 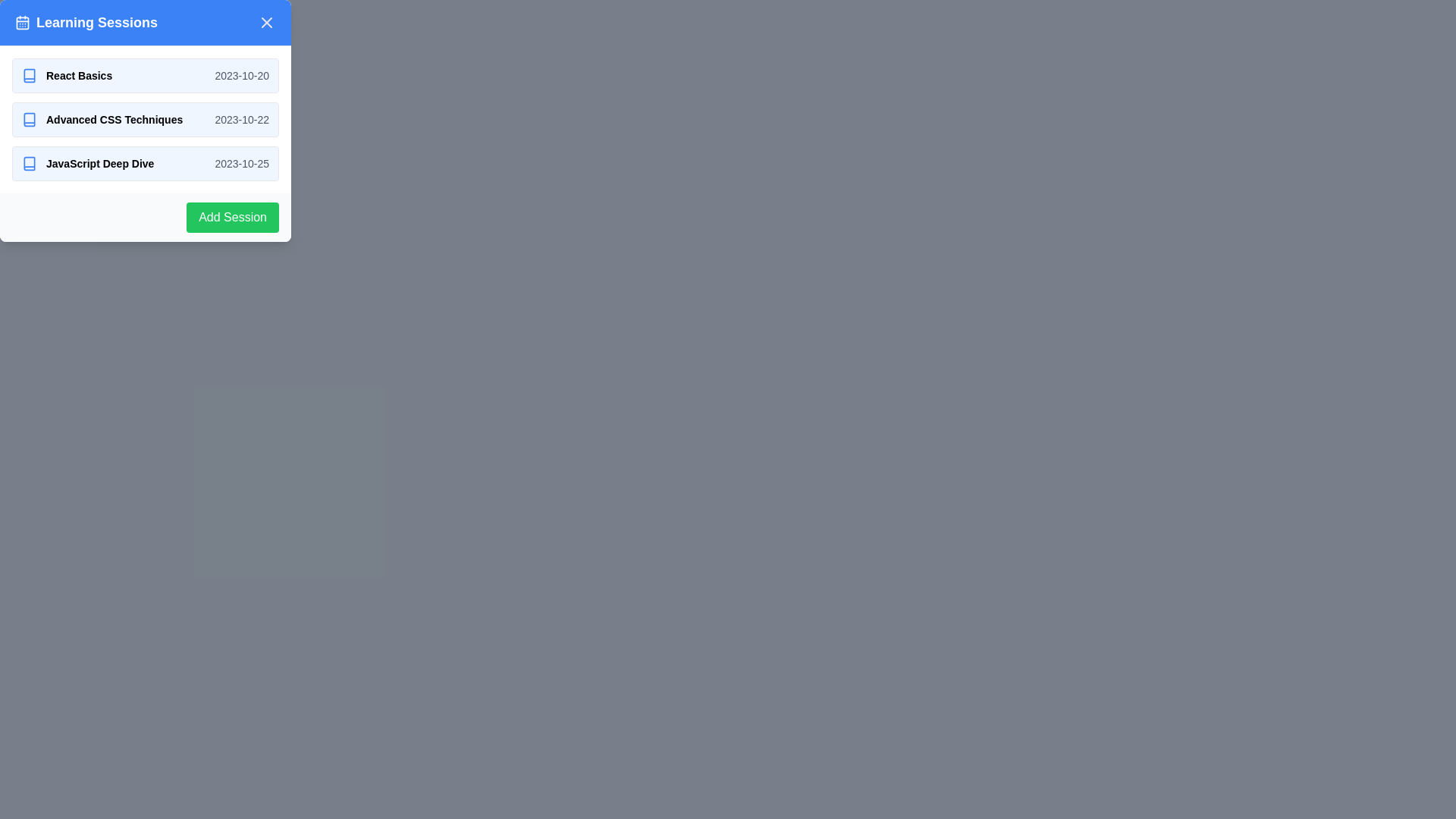 What do you see at coordinates (146, 76) in the screenshot?
I see `the first session entry in the list of learning sessions` at bounding box center [146, 76].